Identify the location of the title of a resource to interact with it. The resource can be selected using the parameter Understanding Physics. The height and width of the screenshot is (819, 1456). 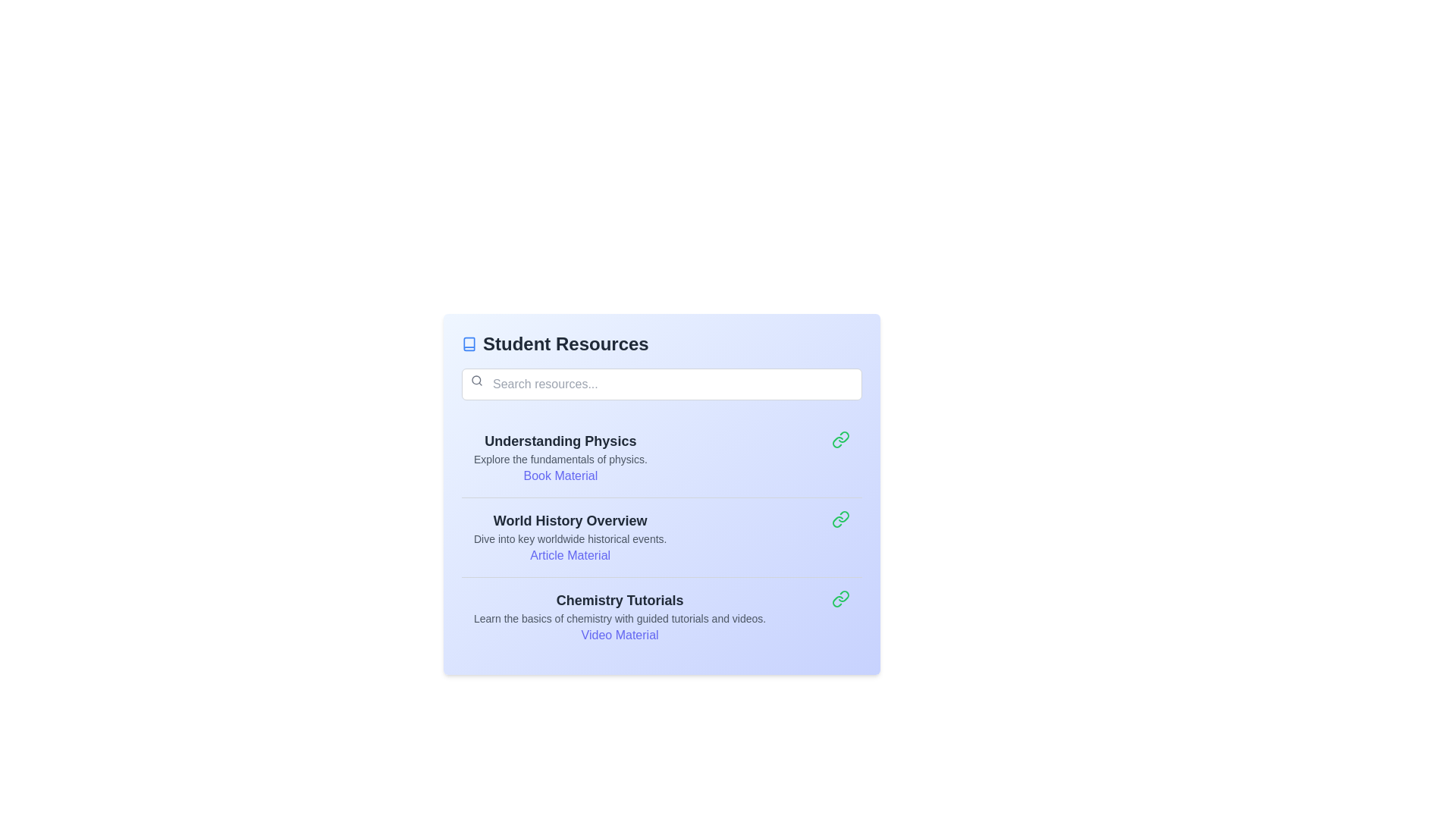
(560, 441).